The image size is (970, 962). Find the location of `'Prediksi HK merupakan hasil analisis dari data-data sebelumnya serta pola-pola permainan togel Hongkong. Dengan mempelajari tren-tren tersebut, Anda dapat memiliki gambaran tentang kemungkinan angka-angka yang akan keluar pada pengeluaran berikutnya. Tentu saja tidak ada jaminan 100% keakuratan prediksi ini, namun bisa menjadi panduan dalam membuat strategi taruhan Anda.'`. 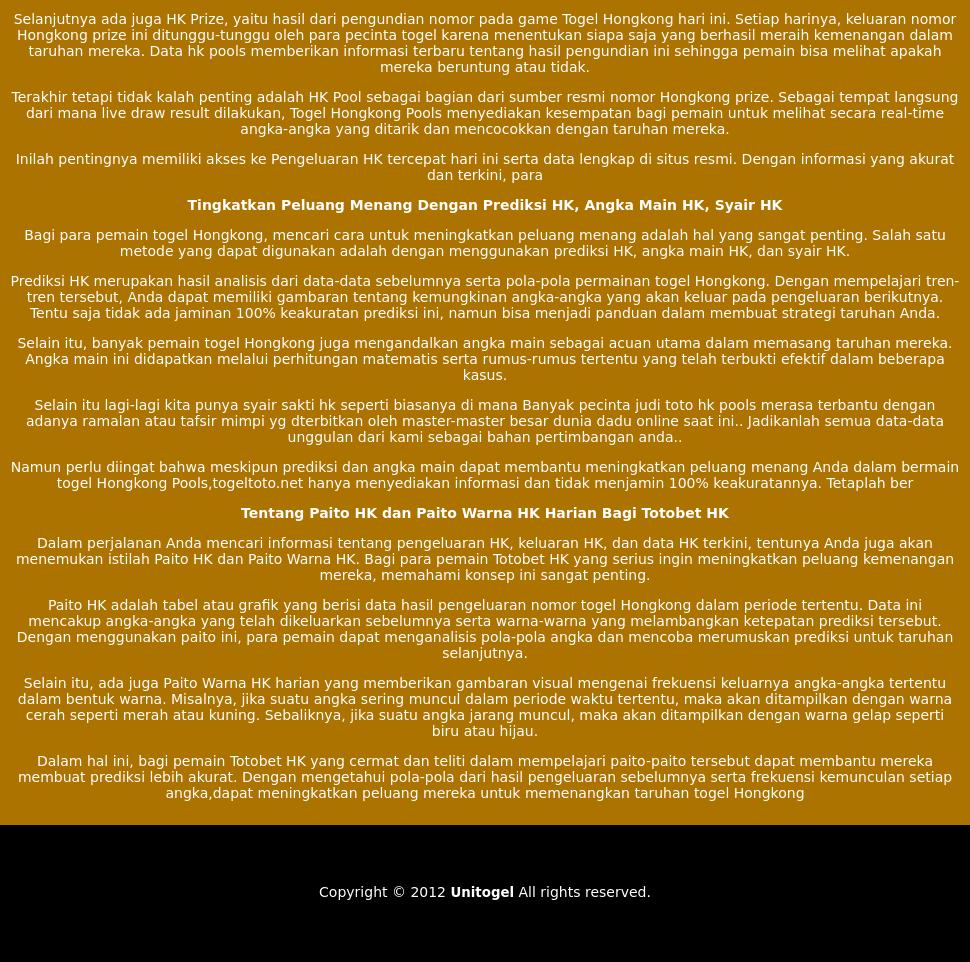

'Prediksi HK merupakan hasil analisis dari data-data sebelumnya serta pola-pola permainan togel Hongkong. Dengan mempelajari tren-tren tersebut, Anda dapat memiliki gambaran tentang kemungkinan angka-angka yang akan keluar pada pengeluaran berikutnya. Tentu saja tidak ada jaminan 100% keakuratan prediksi ini, namun bisa menjadi panduan dalam membuat strategi taruhan Anda.' is located at coordinates (483, 295).